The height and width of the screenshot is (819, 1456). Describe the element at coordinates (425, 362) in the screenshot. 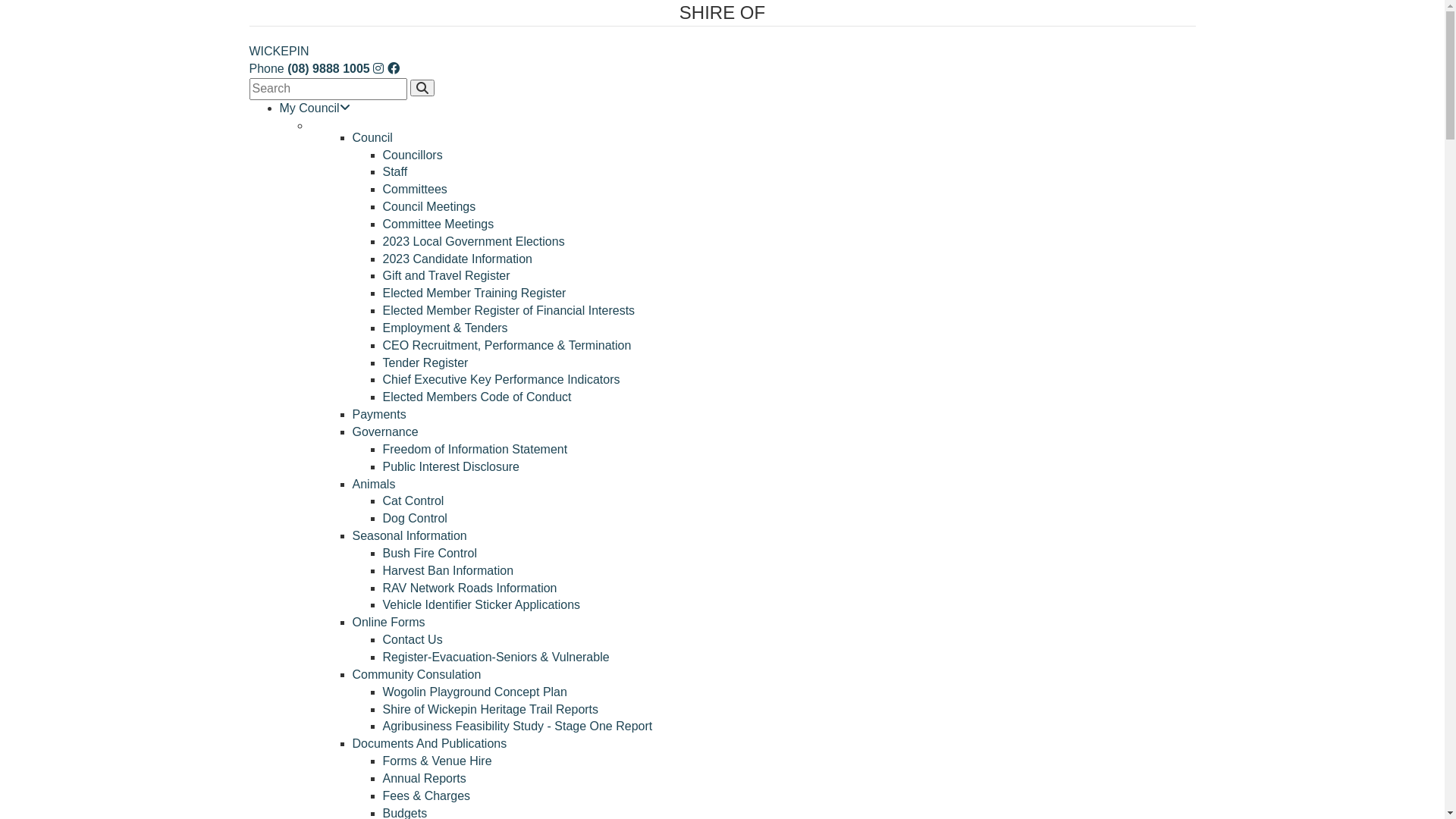

I see `'Tender Register'` at that location.